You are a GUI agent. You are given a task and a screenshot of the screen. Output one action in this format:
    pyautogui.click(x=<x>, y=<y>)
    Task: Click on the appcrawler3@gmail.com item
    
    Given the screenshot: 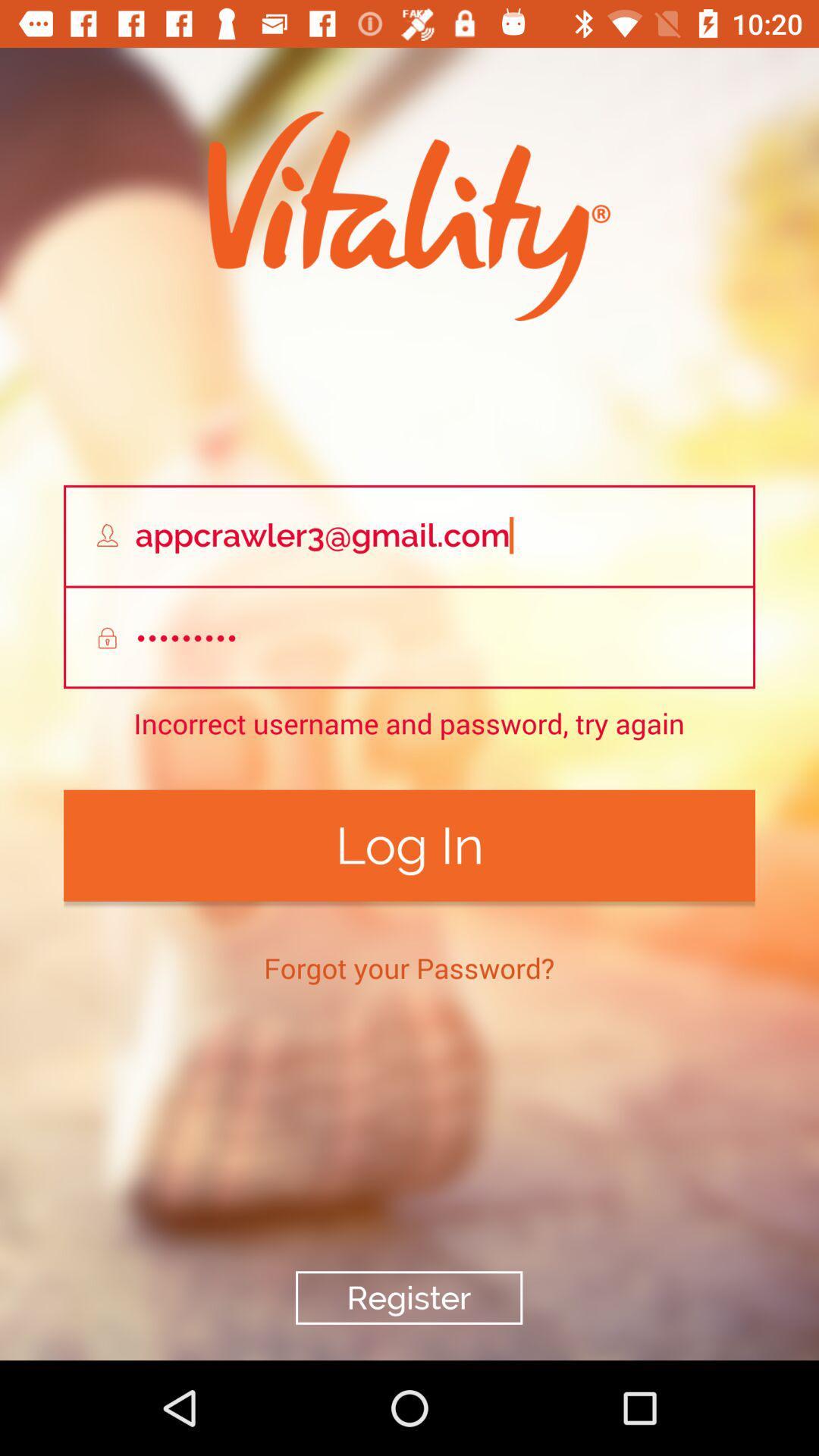 What is the action you would take?
    pyautogui.click(x=409, y=535)
    